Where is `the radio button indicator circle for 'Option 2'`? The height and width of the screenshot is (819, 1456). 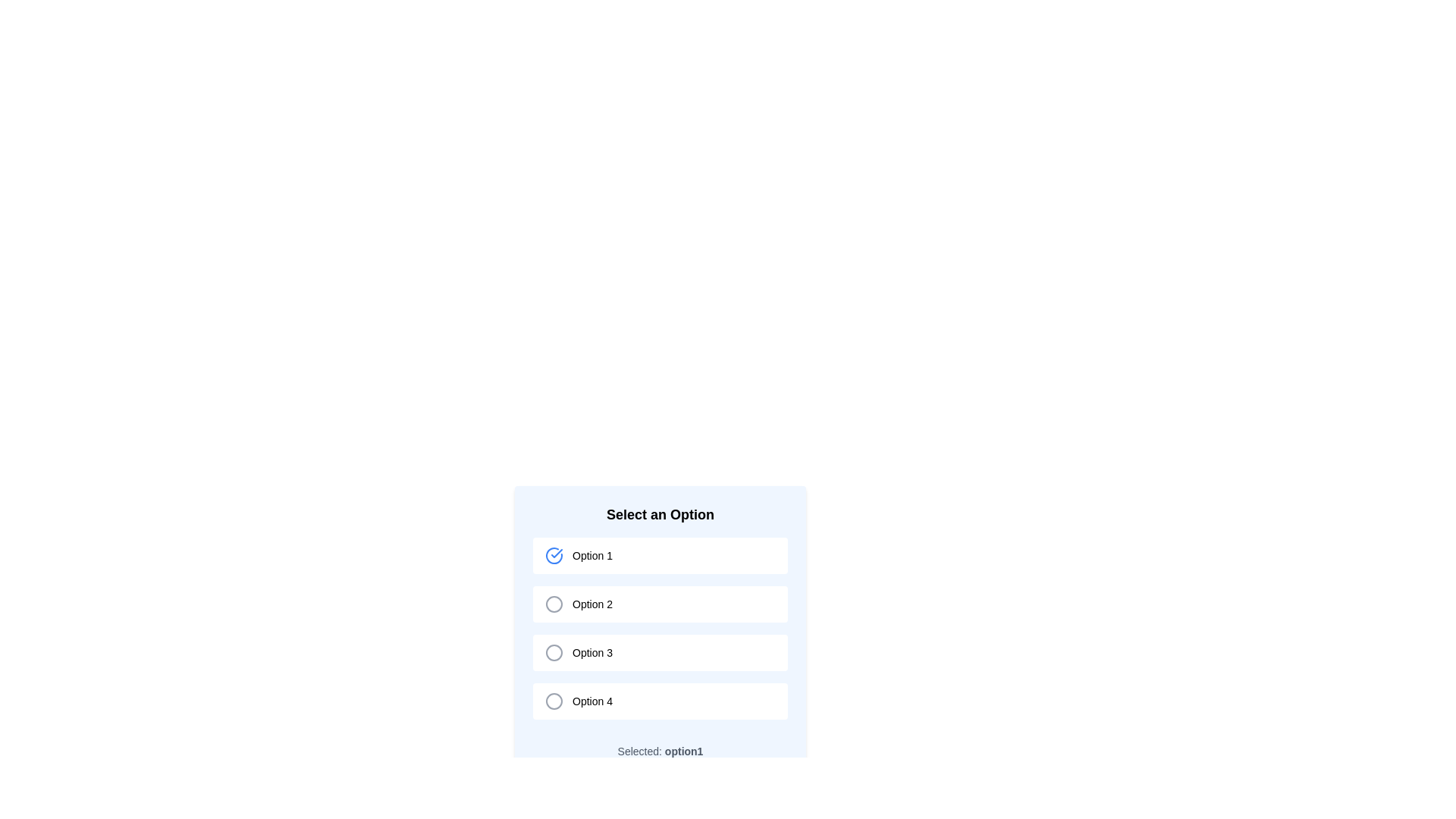
the radio button indicator circle for 'Option 2' is located at coordinates (553, 604).